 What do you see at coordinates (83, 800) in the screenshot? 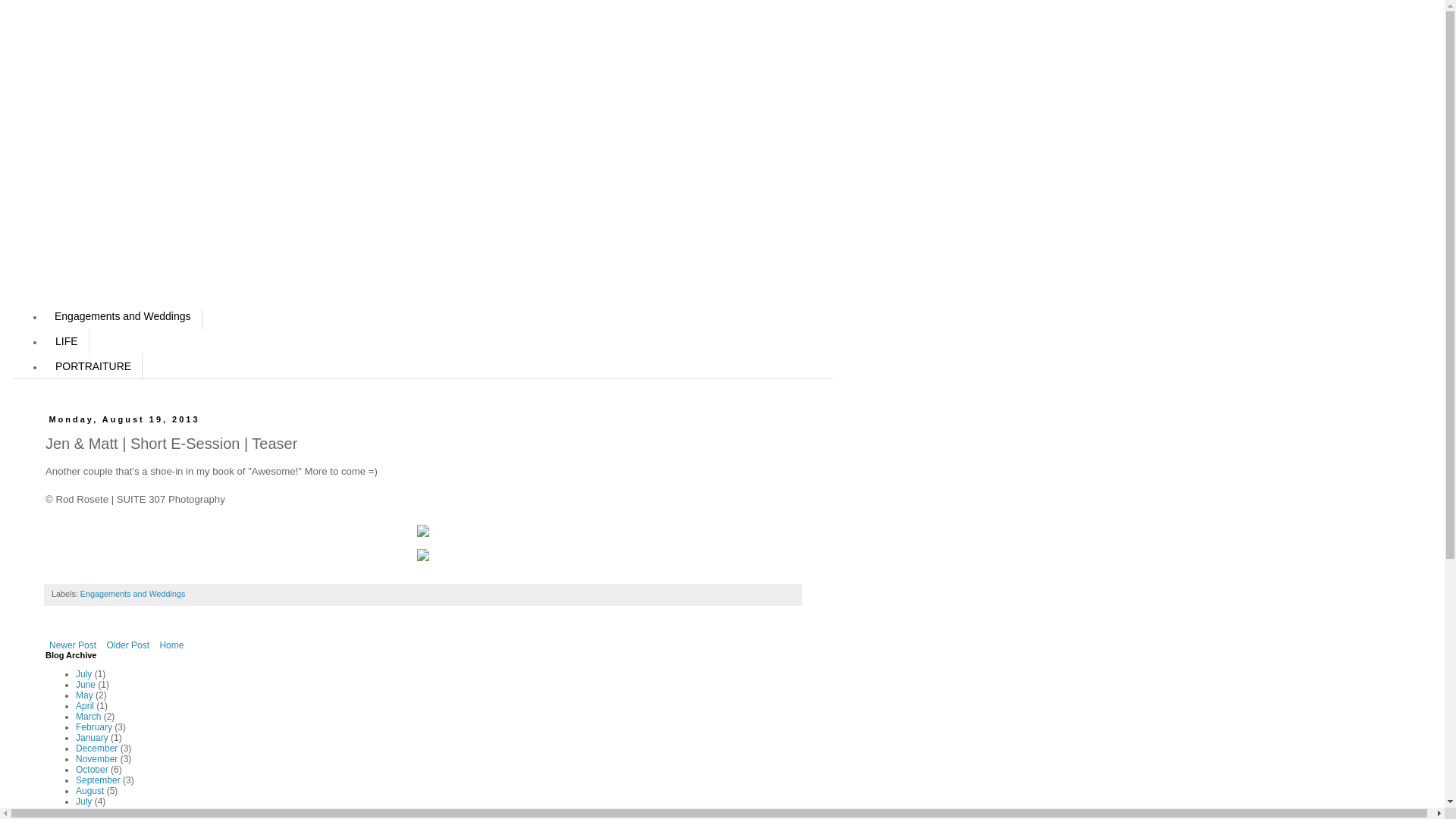
I see `'July'` at bounding box center [83, 800].